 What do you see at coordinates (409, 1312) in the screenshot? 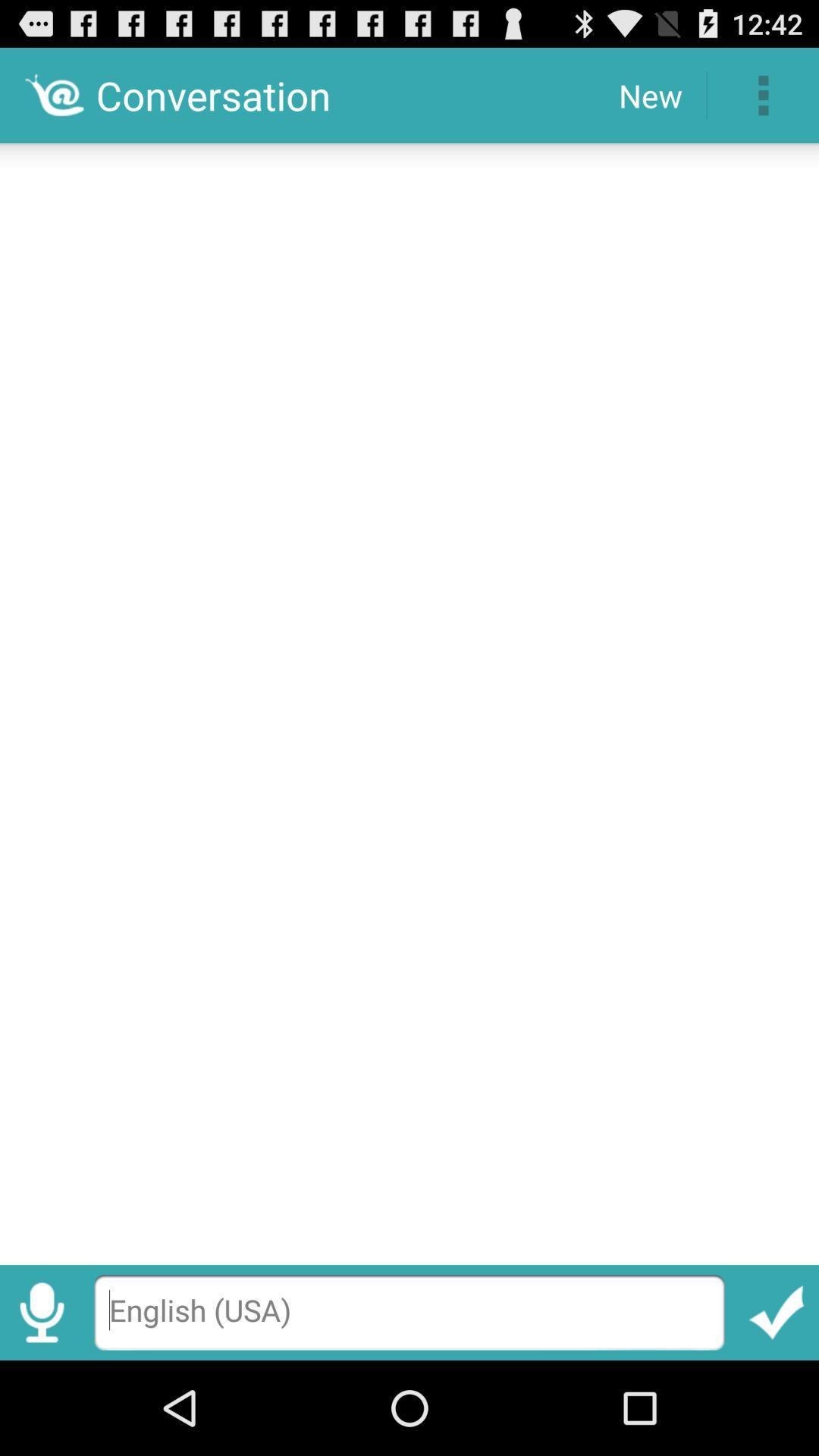
I see `type here` at bounding box center [409, 1312].